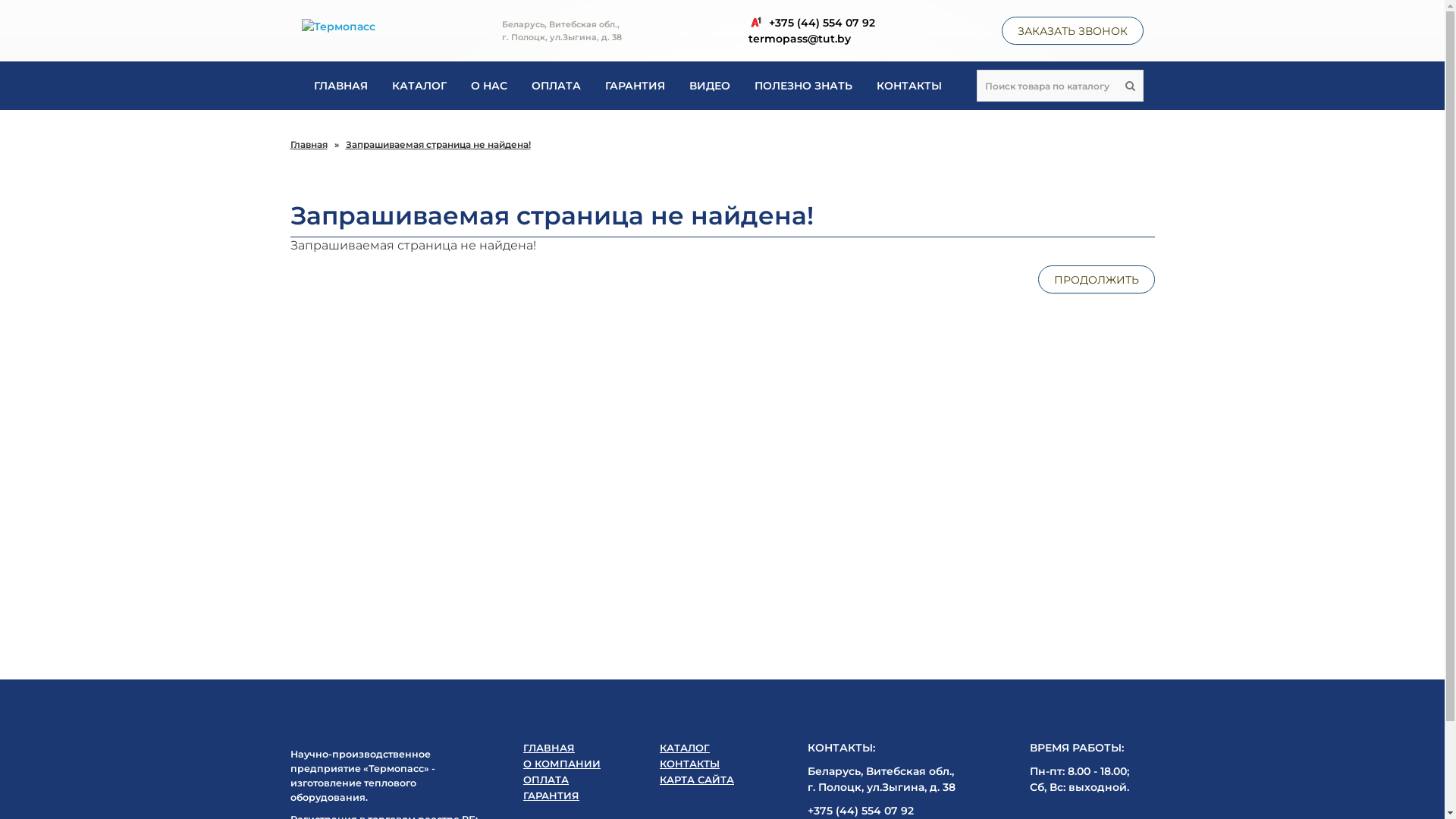  Describe the element at coordinates (860, 809) in the screenshot. I see `'+375 (44) 554 07 92'` at that location.